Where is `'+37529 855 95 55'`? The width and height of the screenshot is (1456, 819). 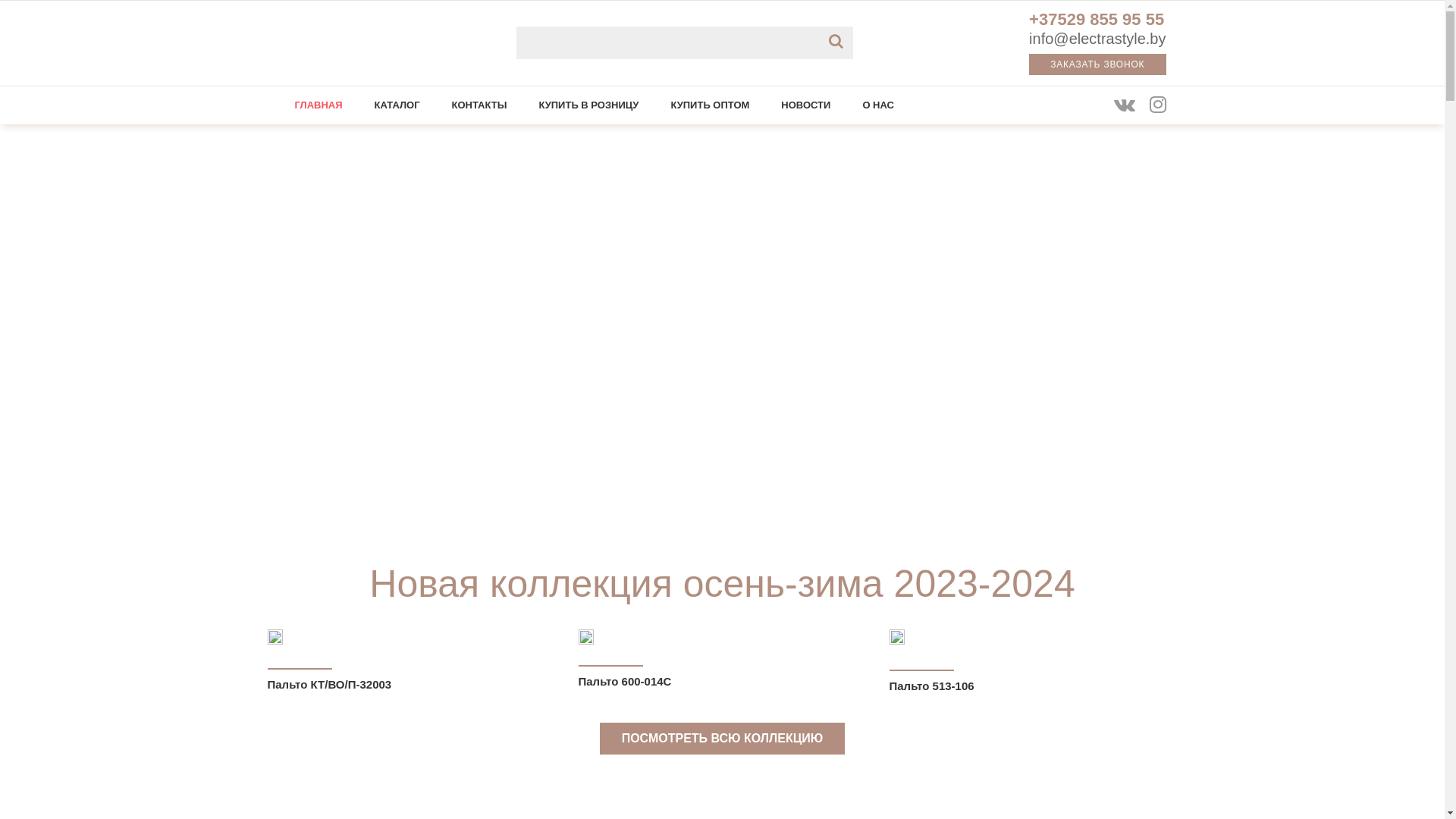
'+37529 855 95 55' is located at coordinates (1096, 21).